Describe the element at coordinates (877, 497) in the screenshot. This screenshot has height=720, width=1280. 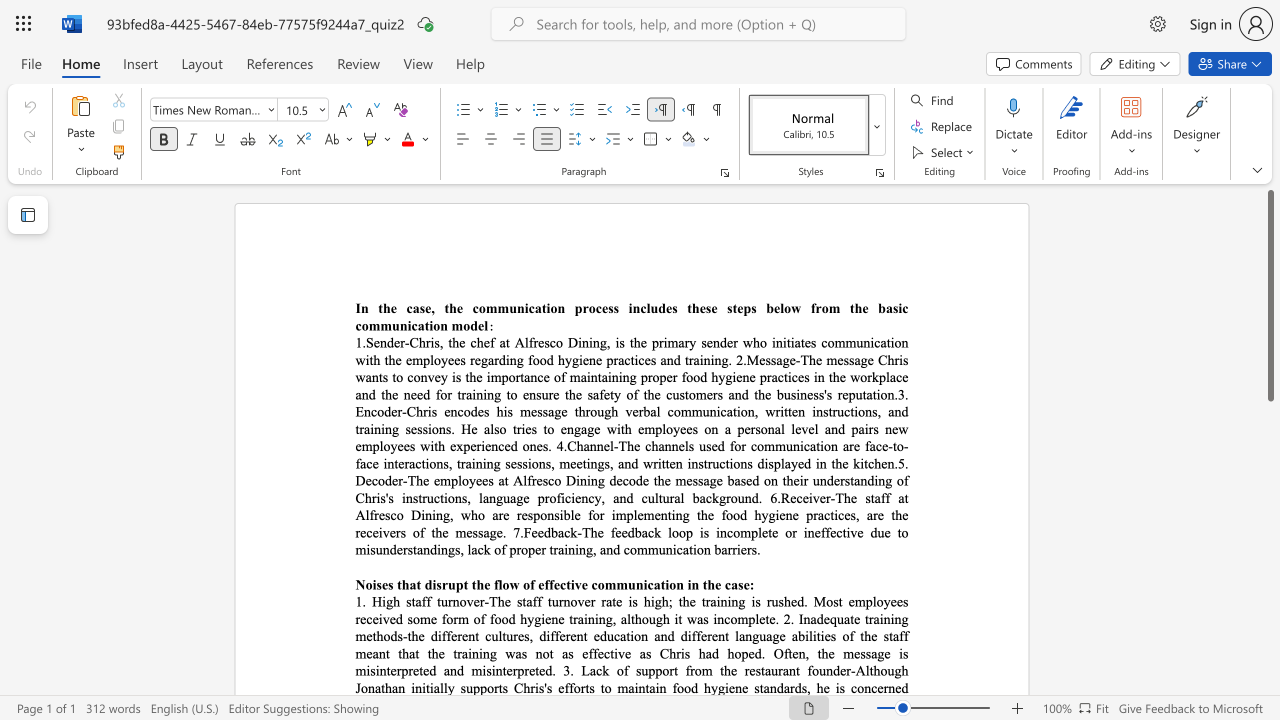
I see `the 4th character "a" in the text` at that location.